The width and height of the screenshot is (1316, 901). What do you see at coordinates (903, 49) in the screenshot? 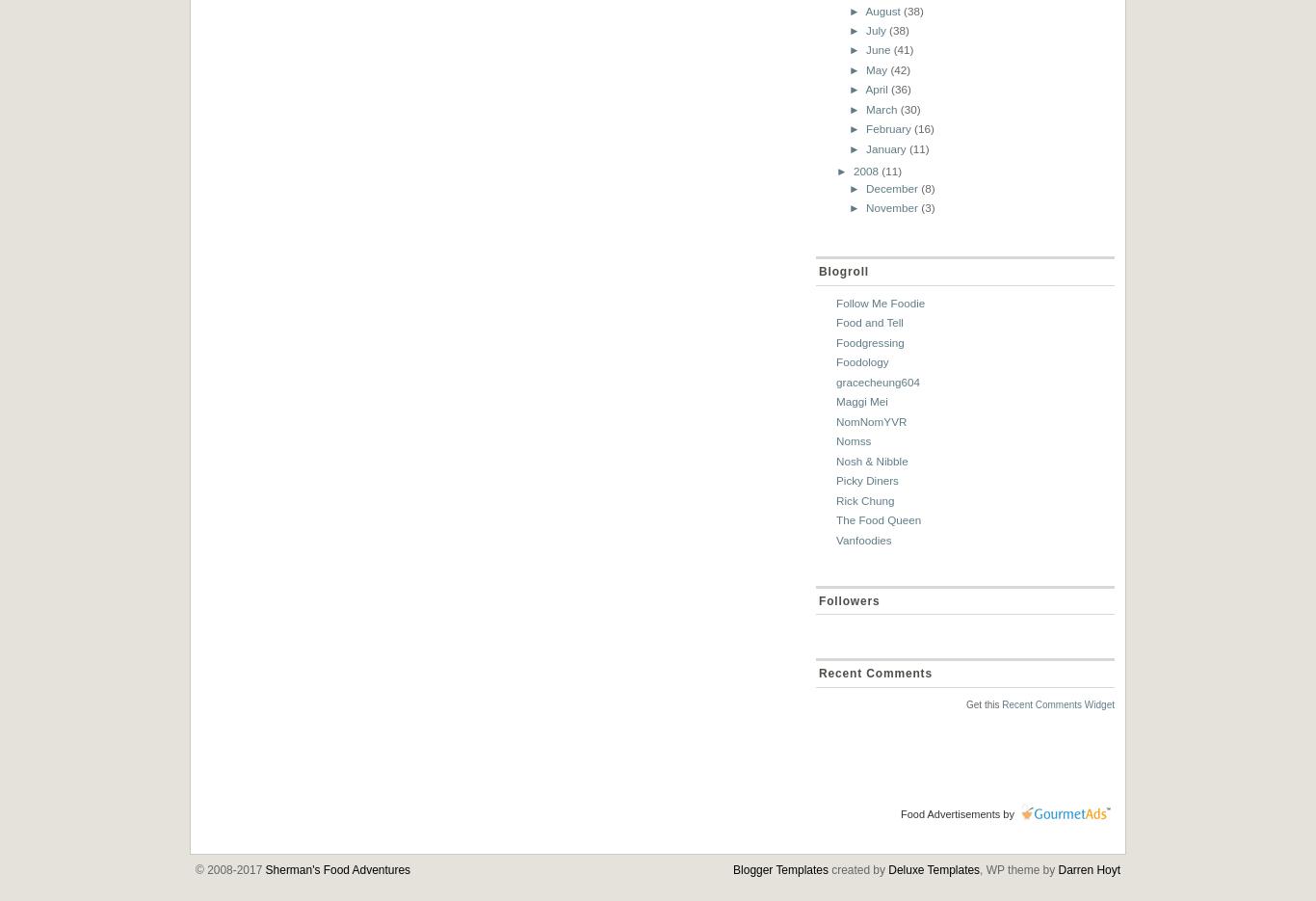
I see `'(41)'` at bounding box center [903, 49].